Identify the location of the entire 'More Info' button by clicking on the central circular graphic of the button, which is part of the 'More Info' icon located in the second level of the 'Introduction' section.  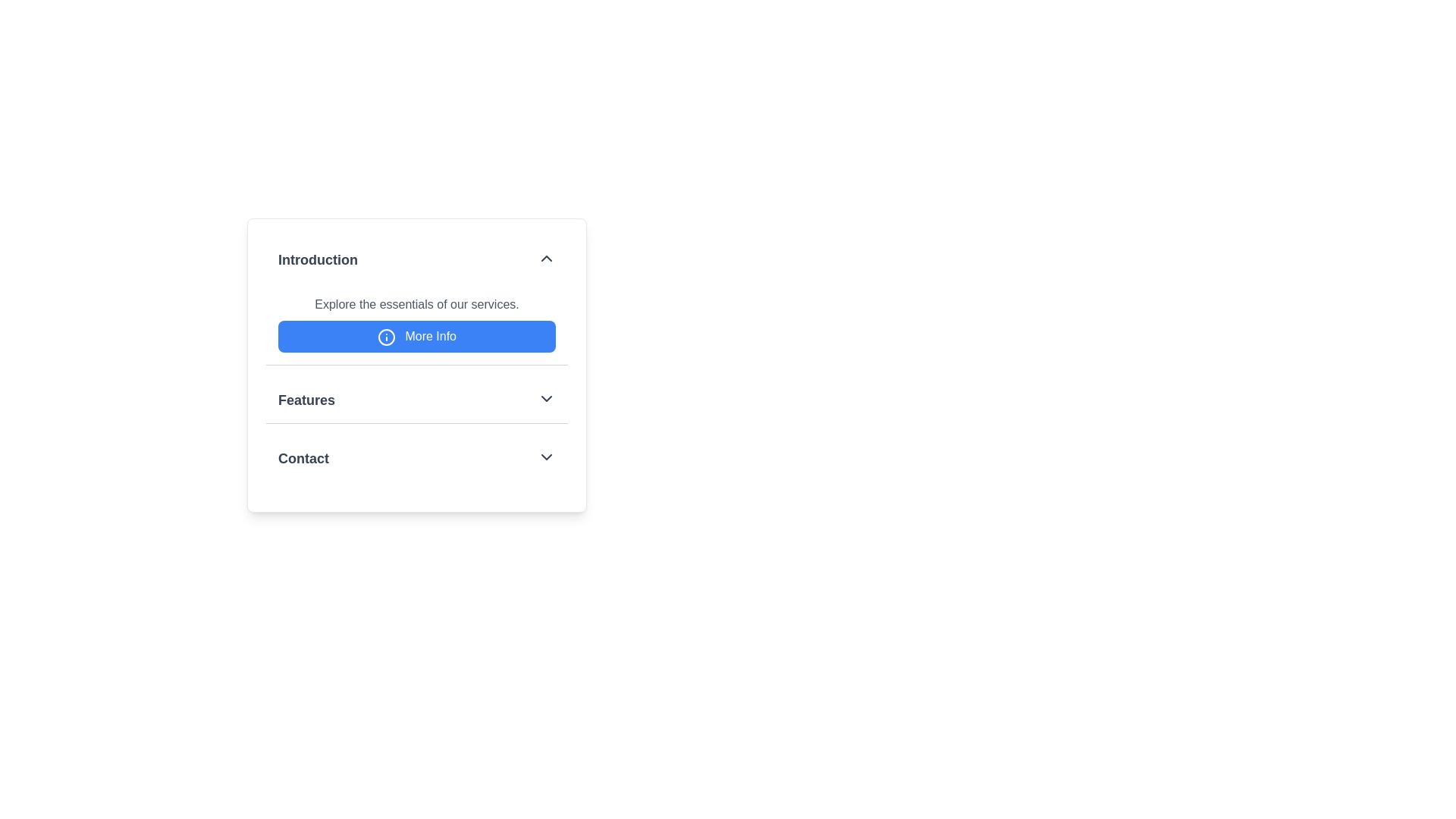
(386, 336).